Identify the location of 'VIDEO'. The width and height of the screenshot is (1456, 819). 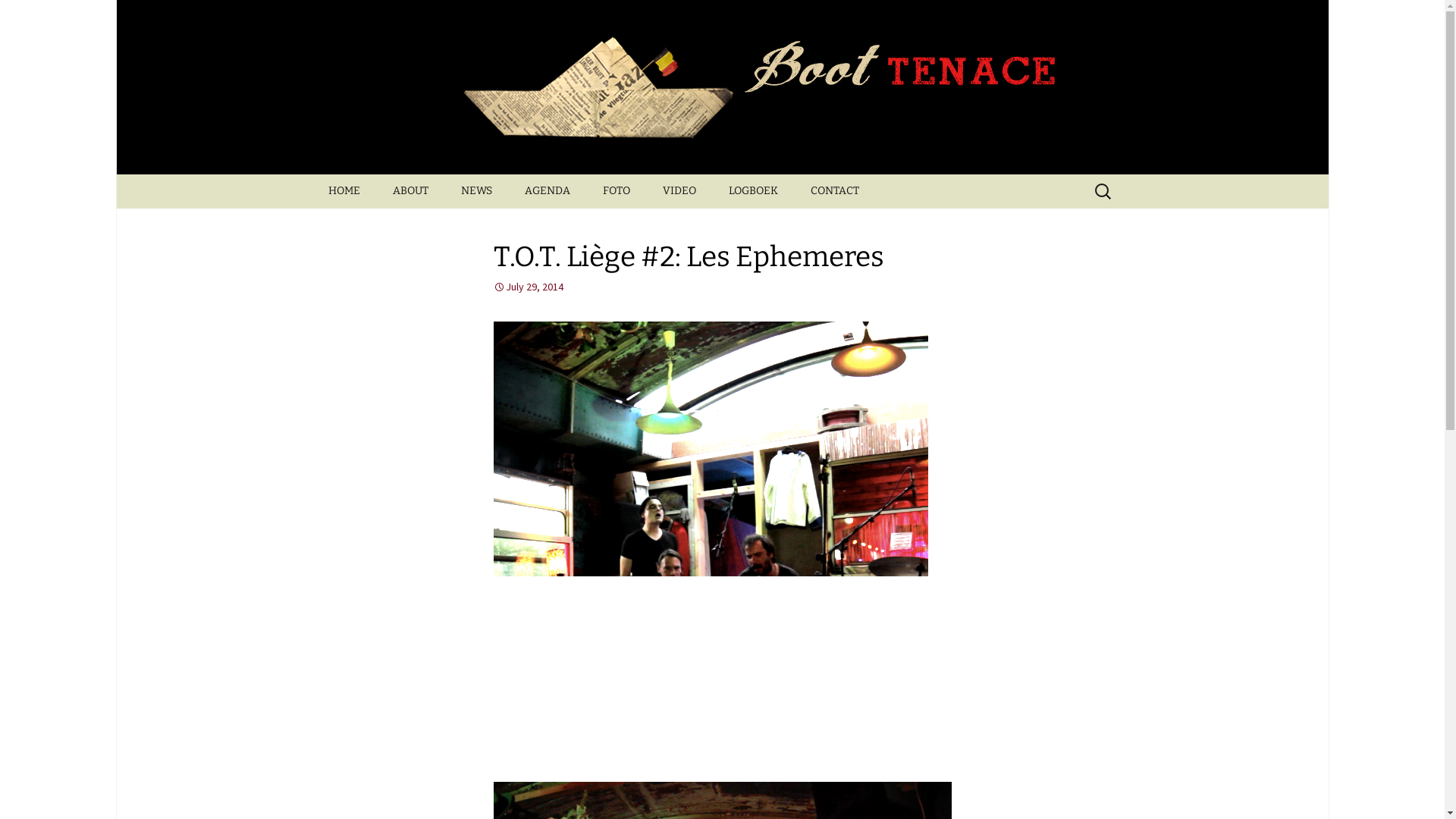
(679, 190).